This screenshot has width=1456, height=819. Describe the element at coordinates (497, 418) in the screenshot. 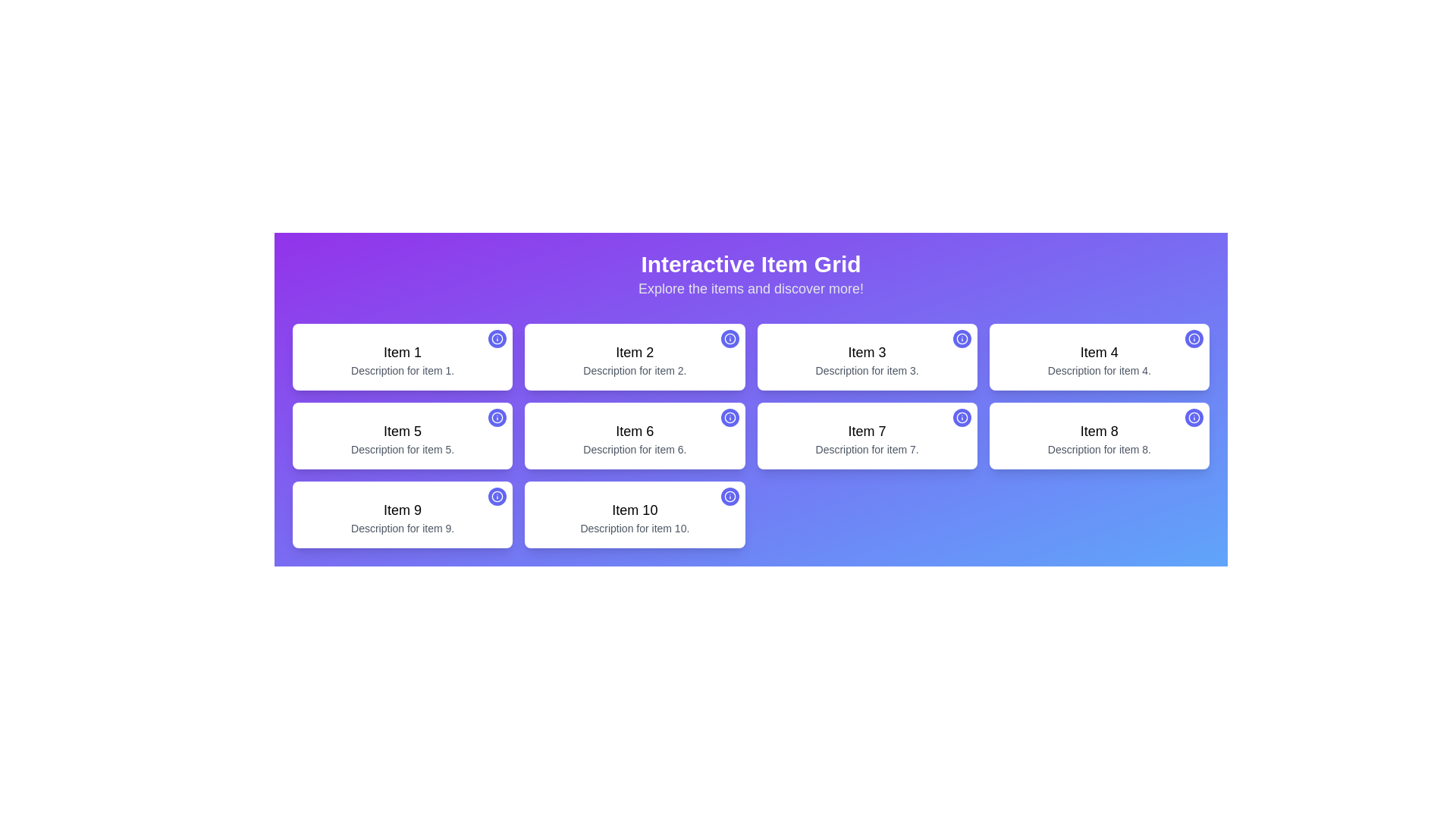

I see `the circular icon with a white outline and purple fill, featuring the letter 'i', located at the top-right corner of the 'Item 5' tile in the second row of a 4x3 grid layout` at that location.